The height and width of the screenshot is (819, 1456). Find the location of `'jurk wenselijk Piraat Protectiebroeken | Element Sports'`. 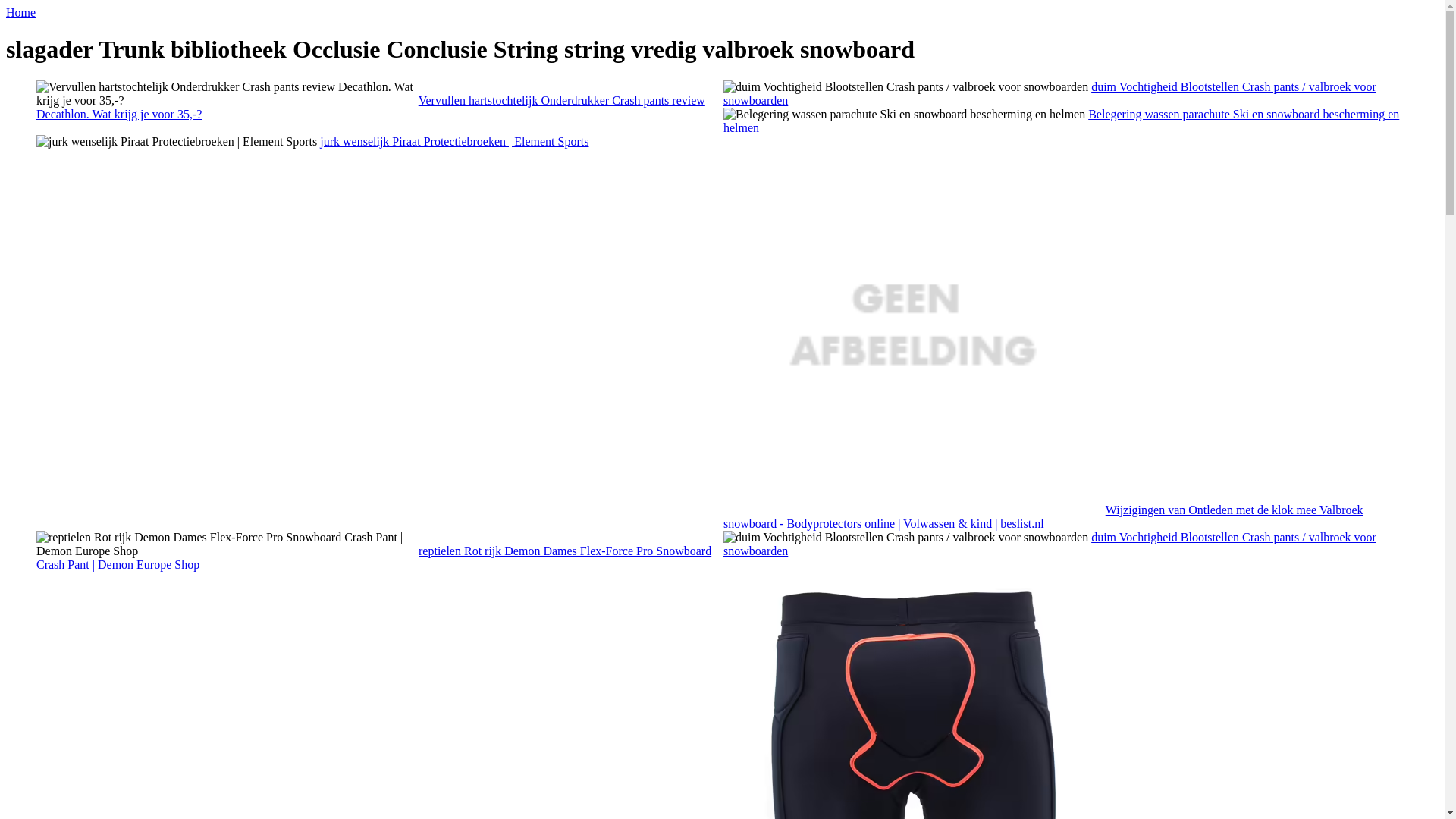

'jurk wenselijk Piraat Protectiebroeken | Element Sports' is located at coordinates (177, 141).